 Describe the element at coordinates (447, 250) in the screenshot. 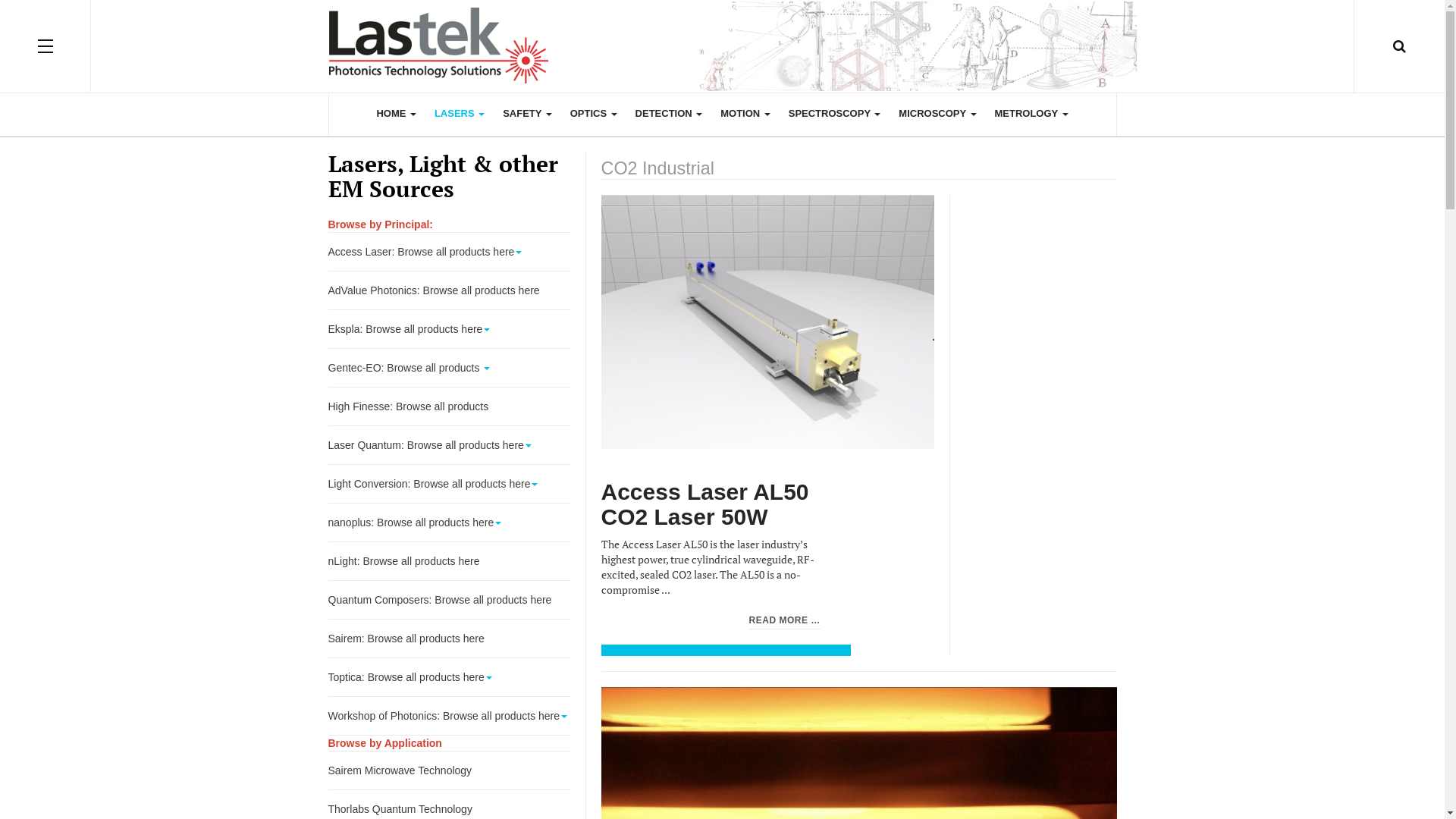

I see `'Access Laser: Browse all products here'` at that location.